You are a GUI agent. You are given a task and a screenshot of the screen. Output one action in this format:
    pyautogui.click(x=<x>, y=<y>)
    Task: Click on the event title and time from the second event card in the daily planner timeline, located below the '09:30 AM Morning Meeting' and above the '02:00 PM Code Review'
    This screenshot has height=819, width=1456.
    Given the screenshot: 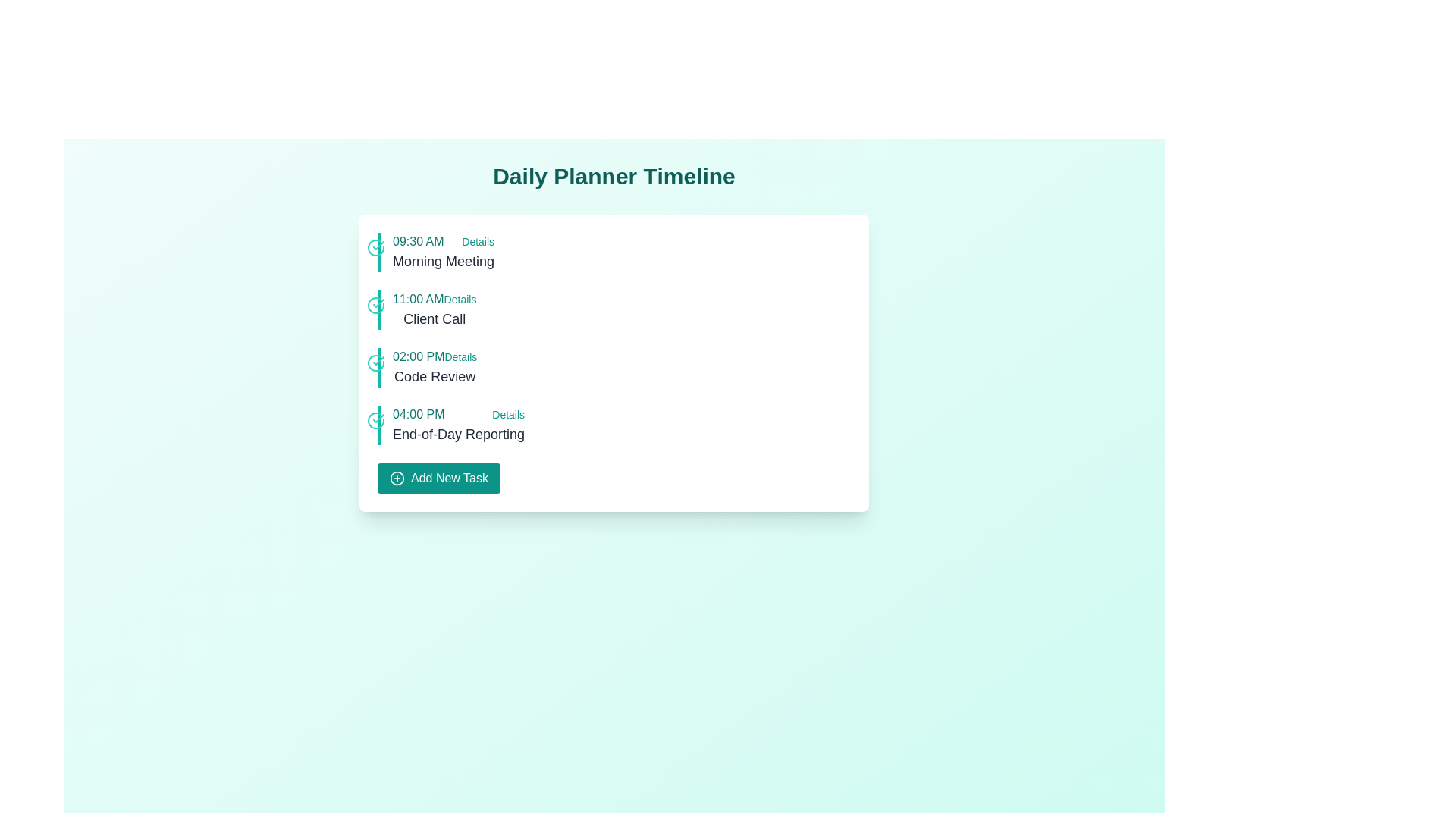 What is the action you would take?
    pyautogui.click(x=614, y=309)
    